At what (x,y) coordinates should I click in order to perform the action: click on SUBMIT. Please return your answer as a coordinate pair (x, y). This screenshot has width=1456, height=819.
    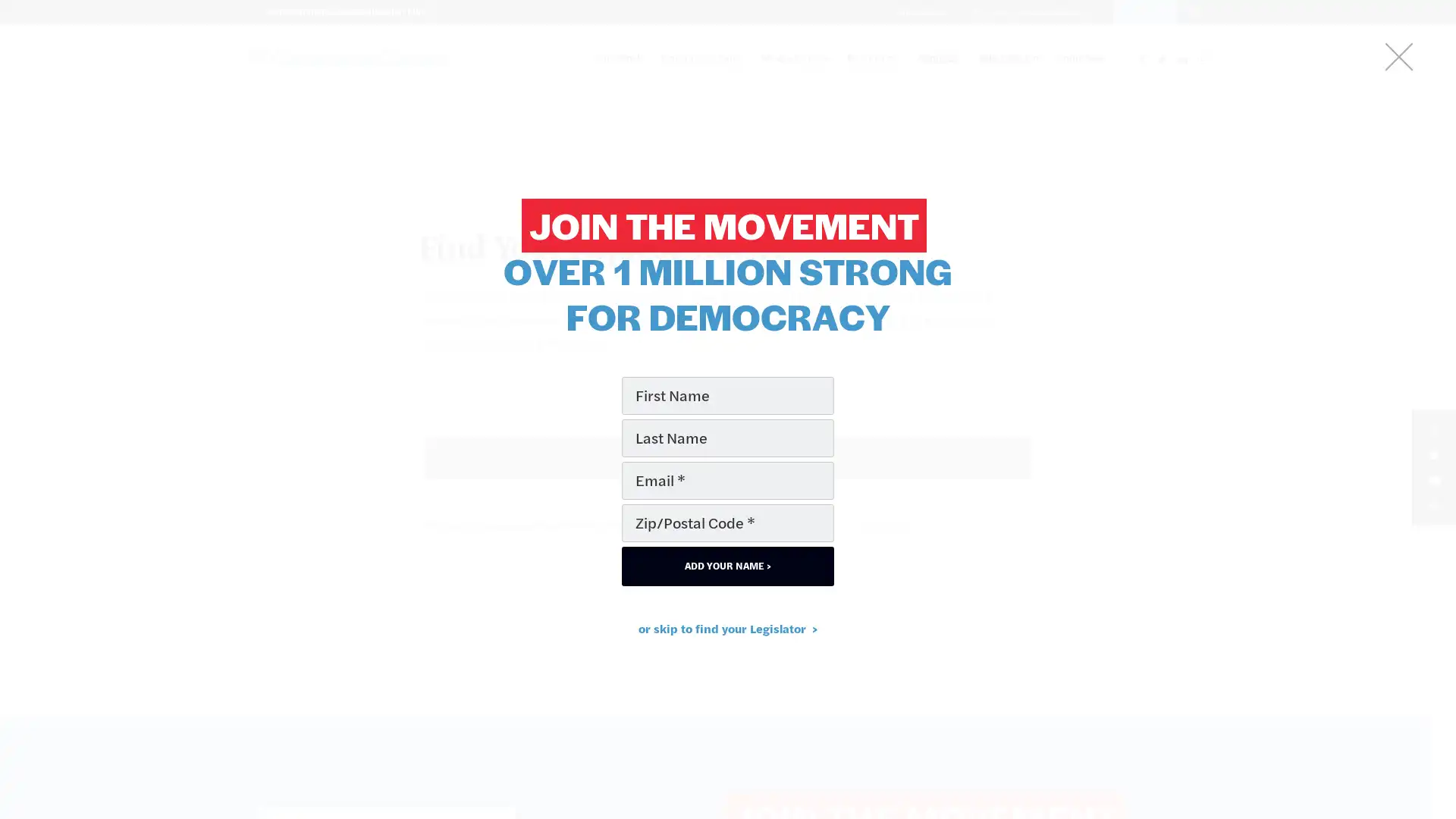
    Looking at the image, I should click on (728, 457).